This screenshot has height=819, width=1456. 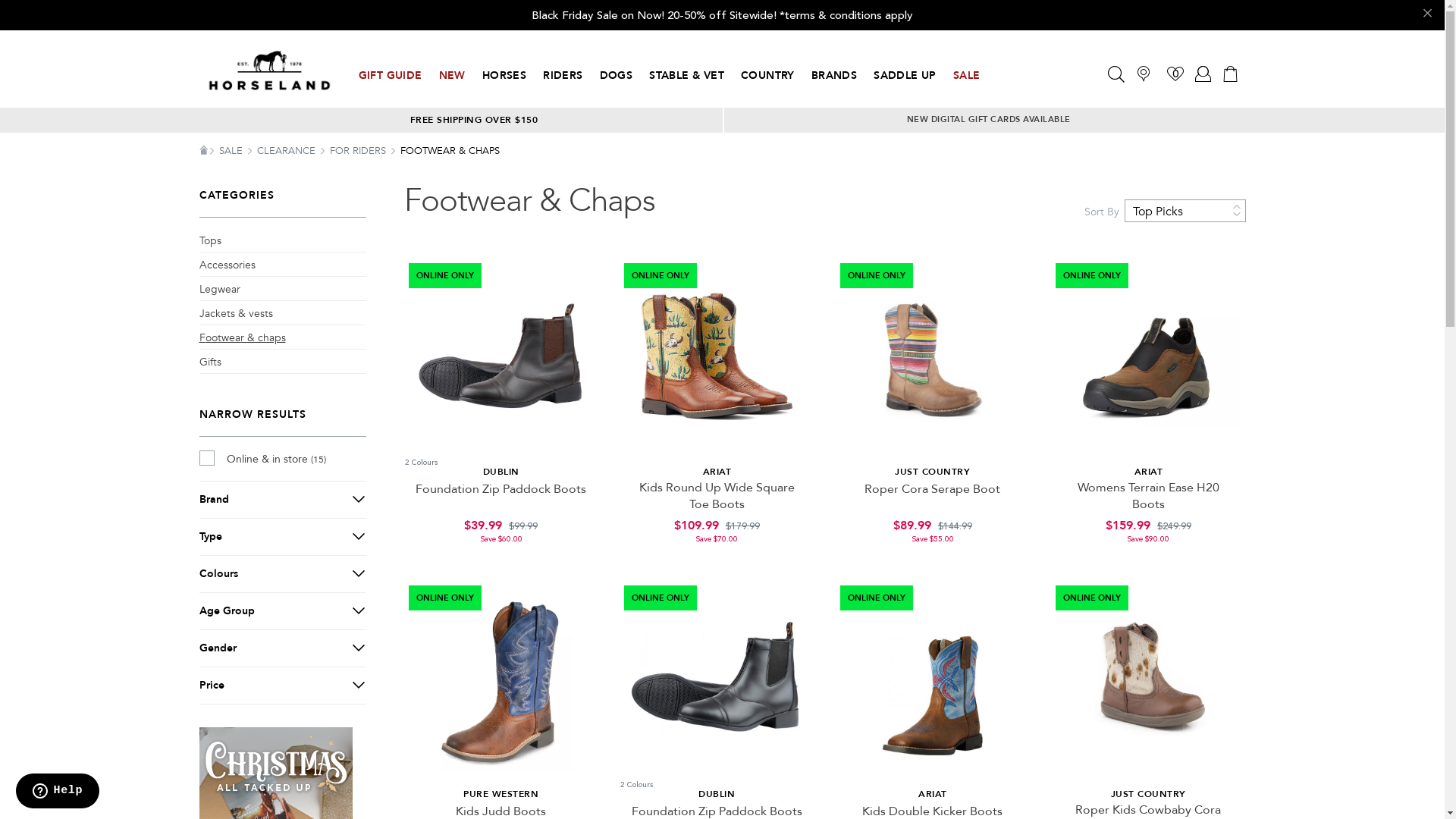 I want to click on 'FOR RIDERS', so click(x=328, y=151).